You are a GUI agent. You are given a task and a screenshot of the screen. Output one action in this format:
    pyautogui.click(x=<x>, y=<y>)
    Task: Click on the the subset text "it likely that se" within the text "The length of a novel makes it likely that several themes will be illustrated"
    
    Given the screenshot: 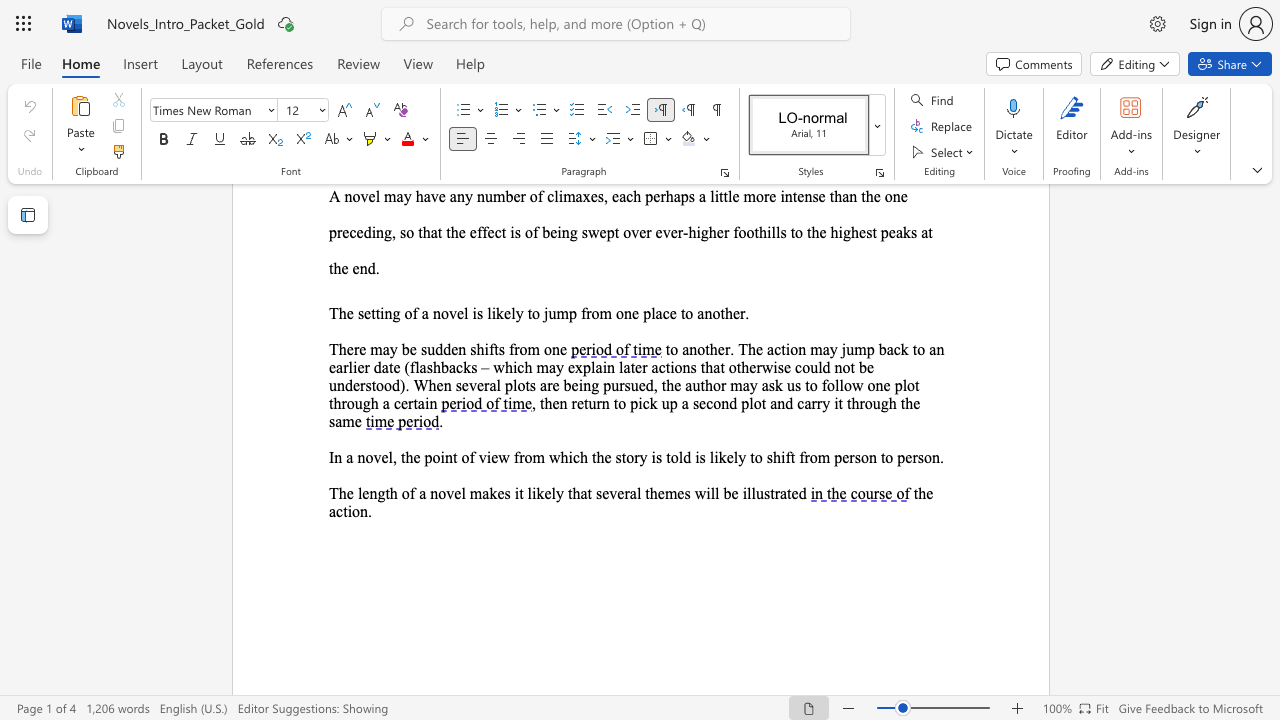 What is the action you would take?
    pyautogui.click(x=514, y=493)
    